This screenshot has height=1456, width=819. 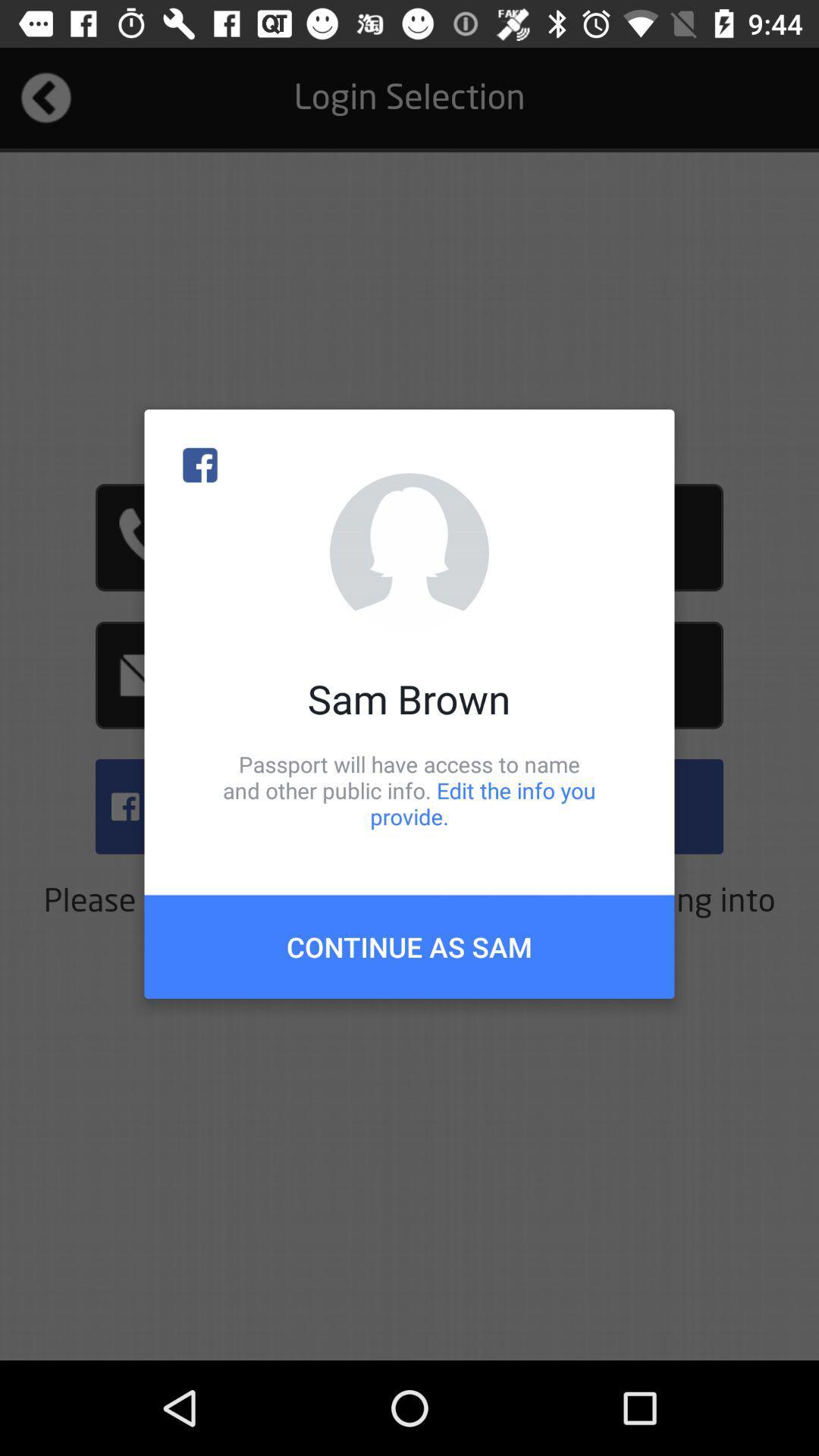 What do you see at coordinates (409, 789) in the screenshot?
I see `the passport will have item` at bounding box center [409, 789].